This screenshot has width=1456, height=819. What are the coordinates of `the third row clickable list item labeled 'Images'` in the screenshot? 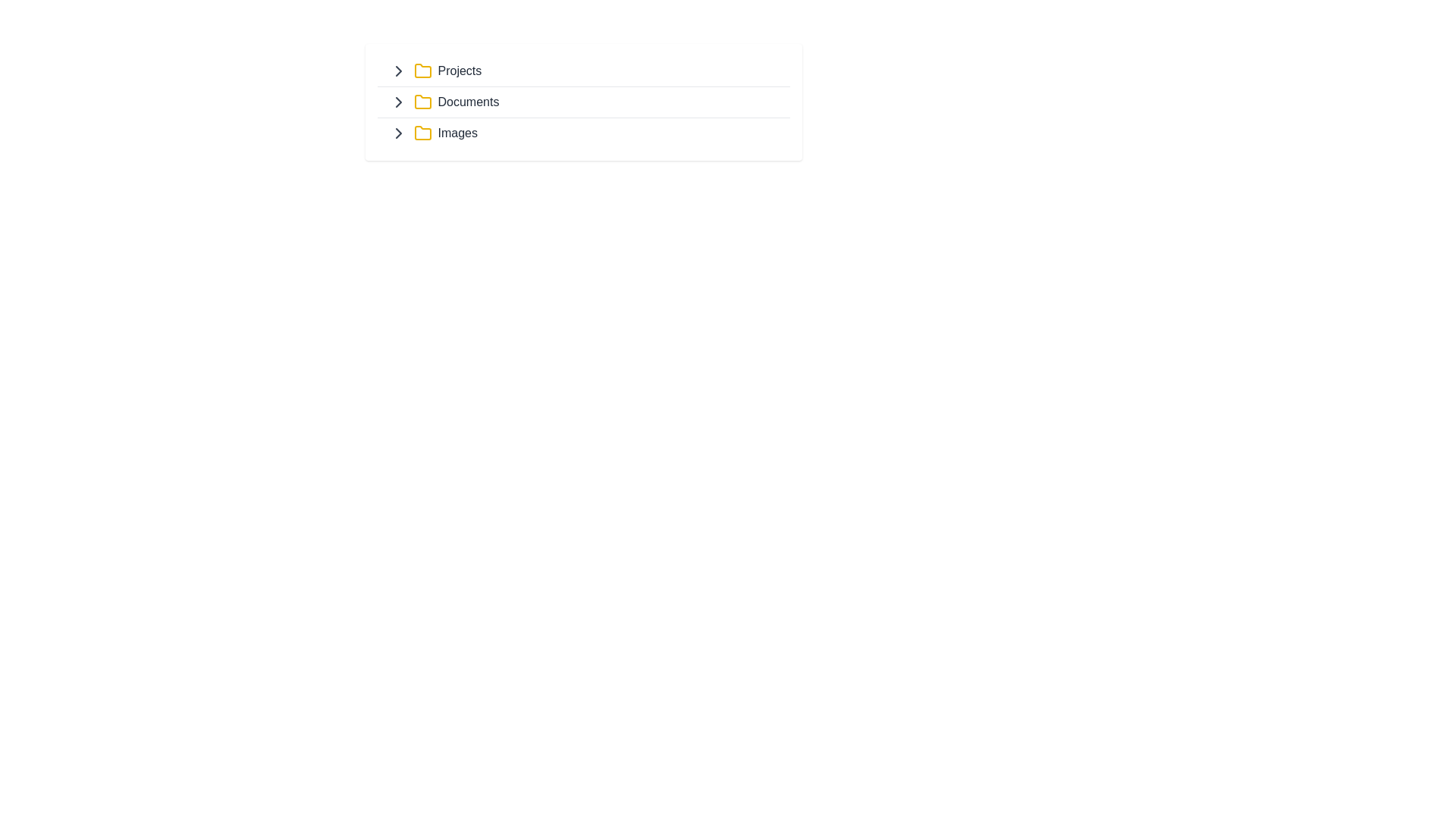 It's located at (582, 133).